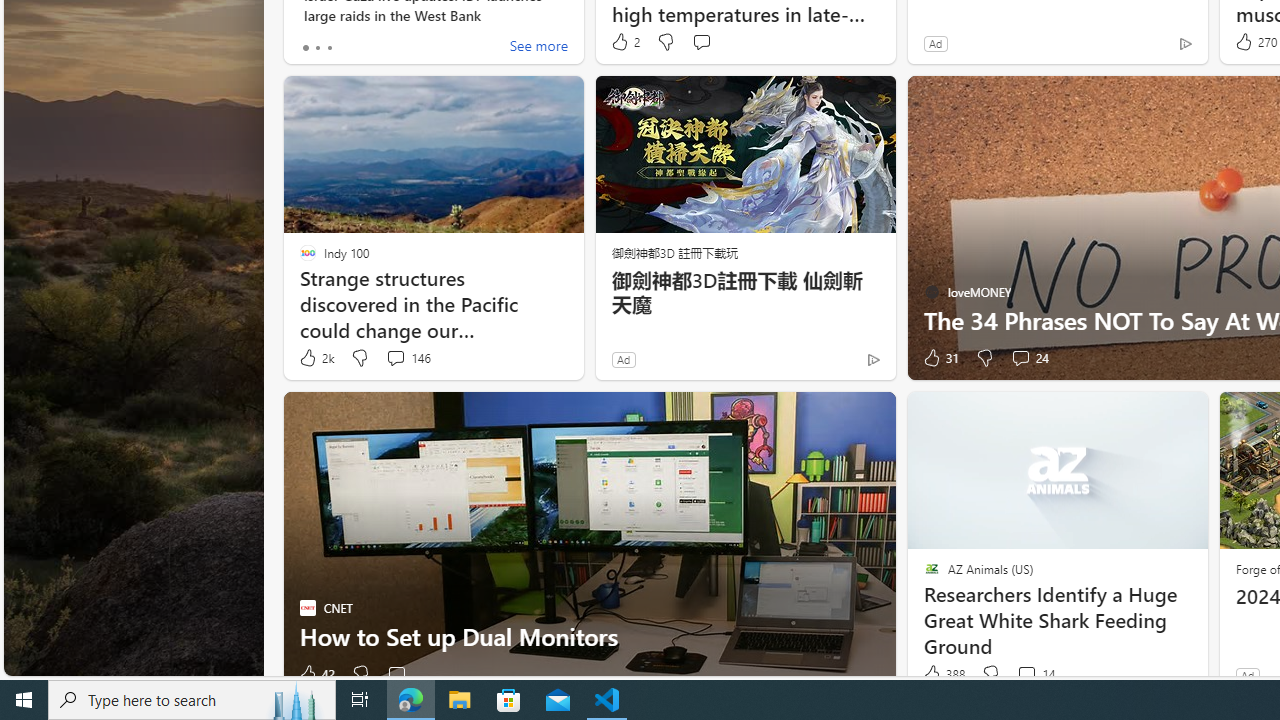  Describe the element at coordinates (395, 356) in the screenshot. I see `'View comments 146 Comment'` at that location.